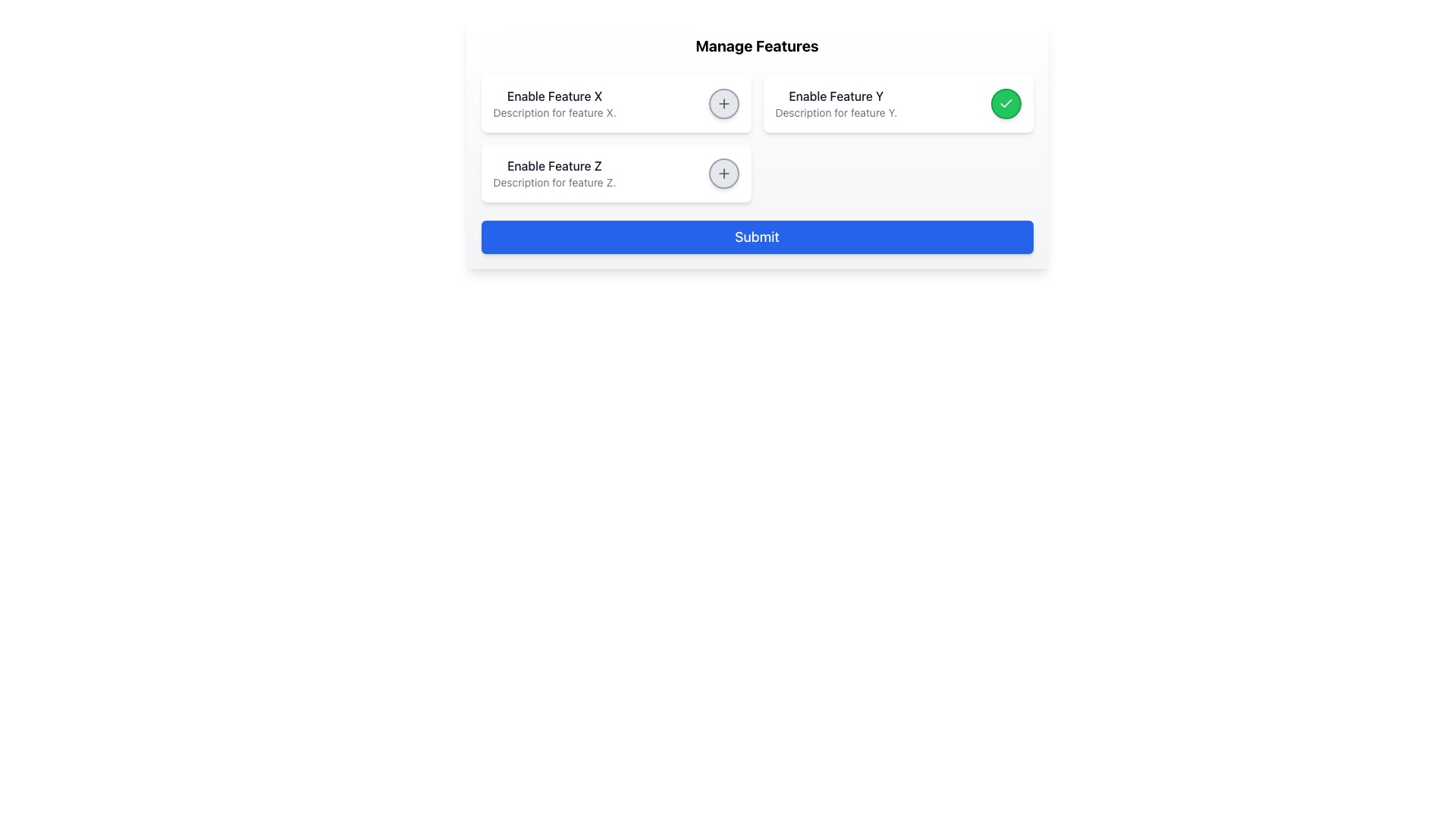 Image resolution: width=1456 pixels, height=819 pixels. What do you see at coordinates (898, 103) in the screenshot?
I see `the checkmark on the second card in the vertical list to confirm that 'Feature Y' has been enabled or selected` at bounding box center [898, 103].